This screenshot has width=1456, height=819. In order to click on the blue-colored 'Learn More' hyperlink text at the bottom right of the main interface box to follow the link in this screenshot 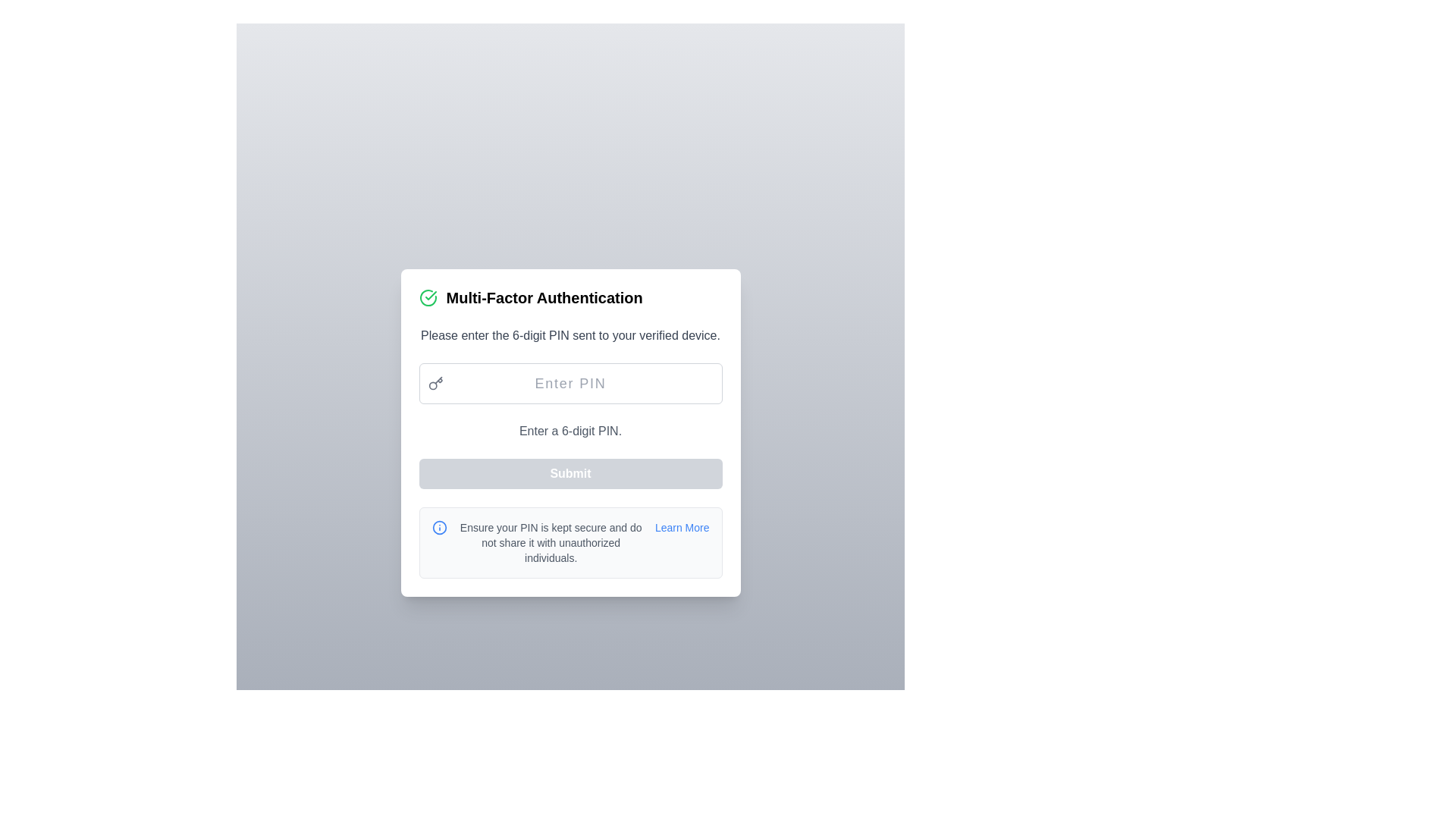, I will do `click(680, 526)`.